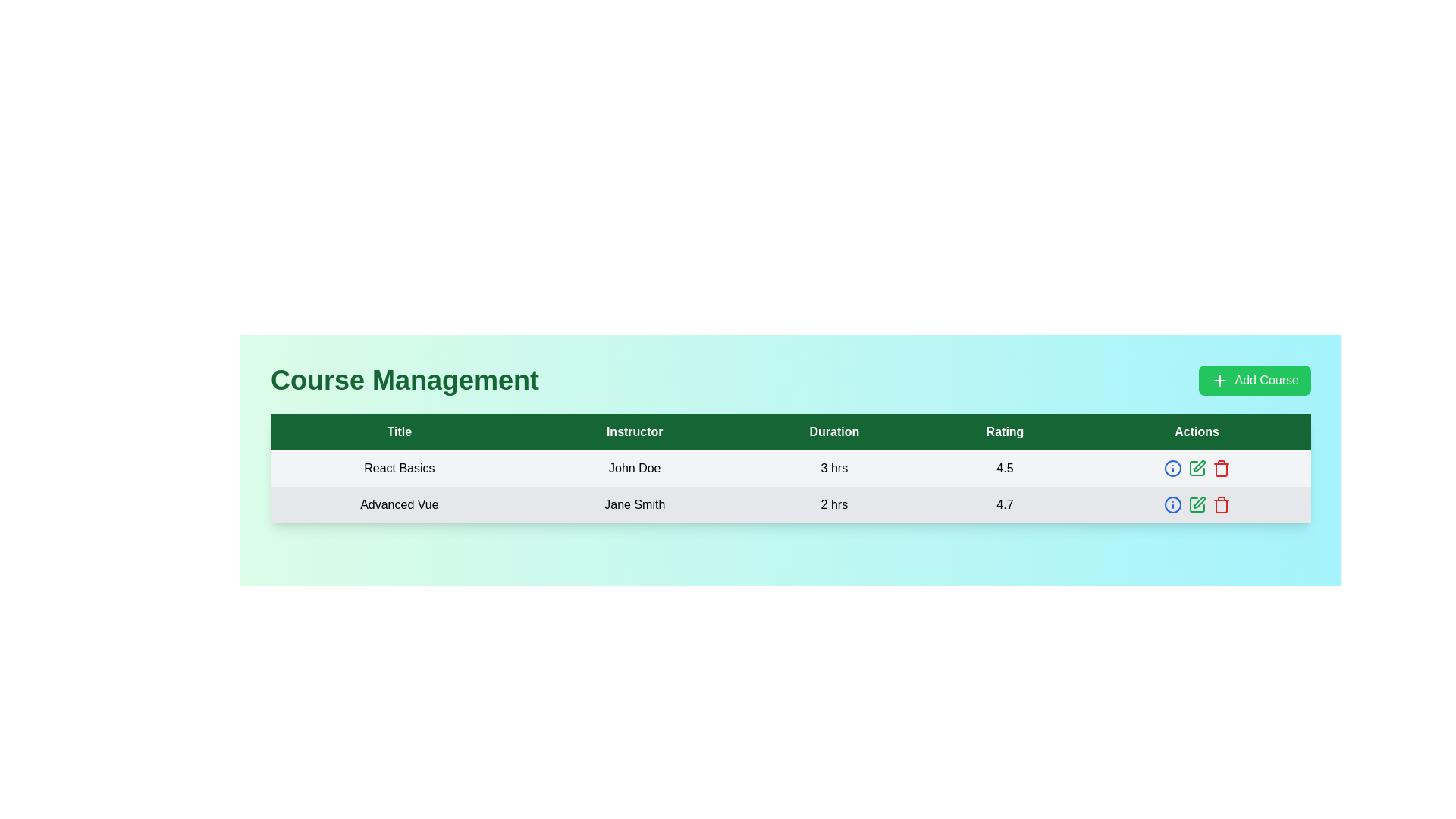 This screenshot has width=1456, height=819. Describe the element at coordinates (789, 505) in the screenshot. I see `the second row of the course management application's data table` at that location.